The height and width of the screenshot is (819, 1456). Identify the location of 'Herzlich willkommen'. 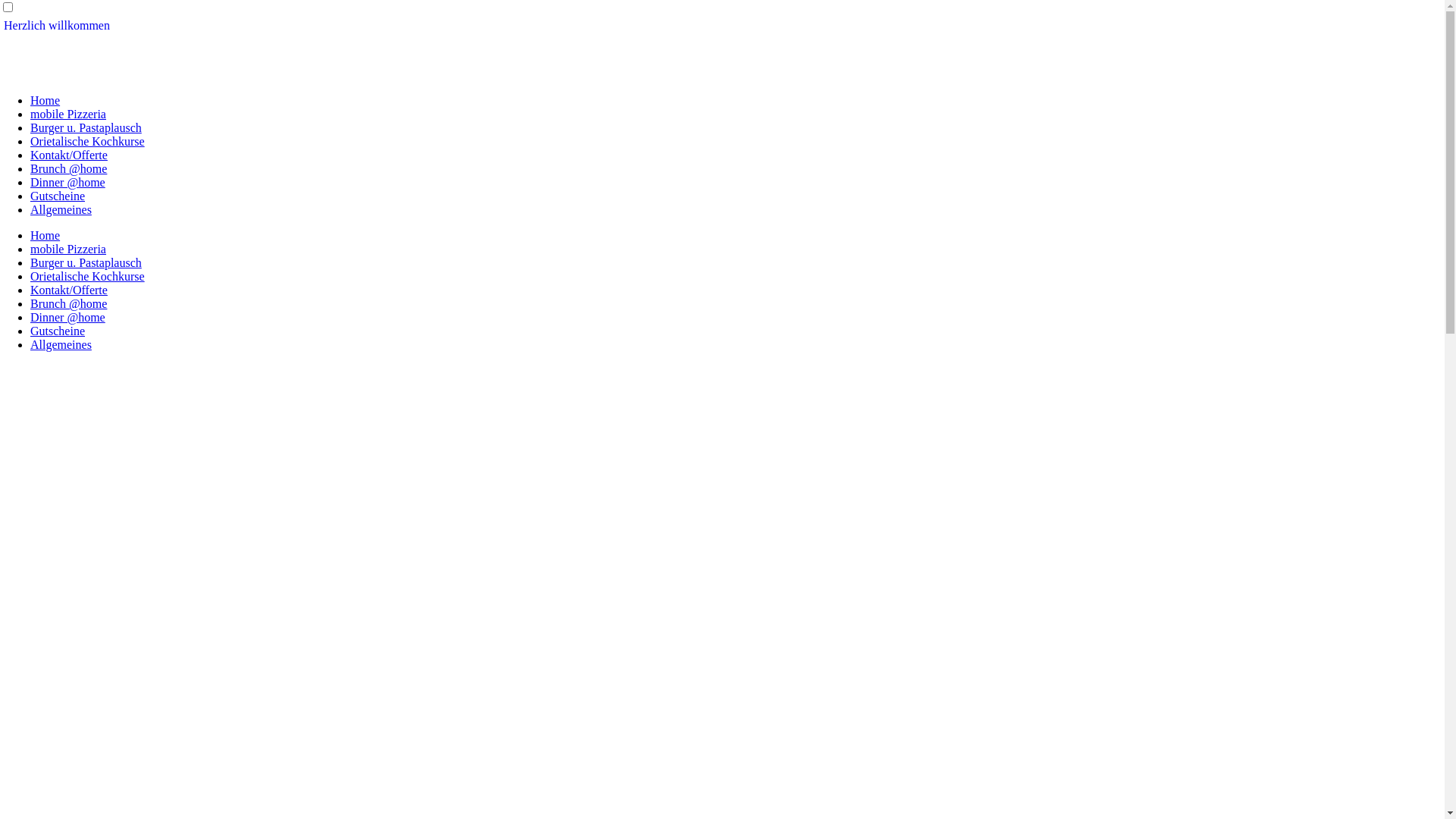
(57, 25).